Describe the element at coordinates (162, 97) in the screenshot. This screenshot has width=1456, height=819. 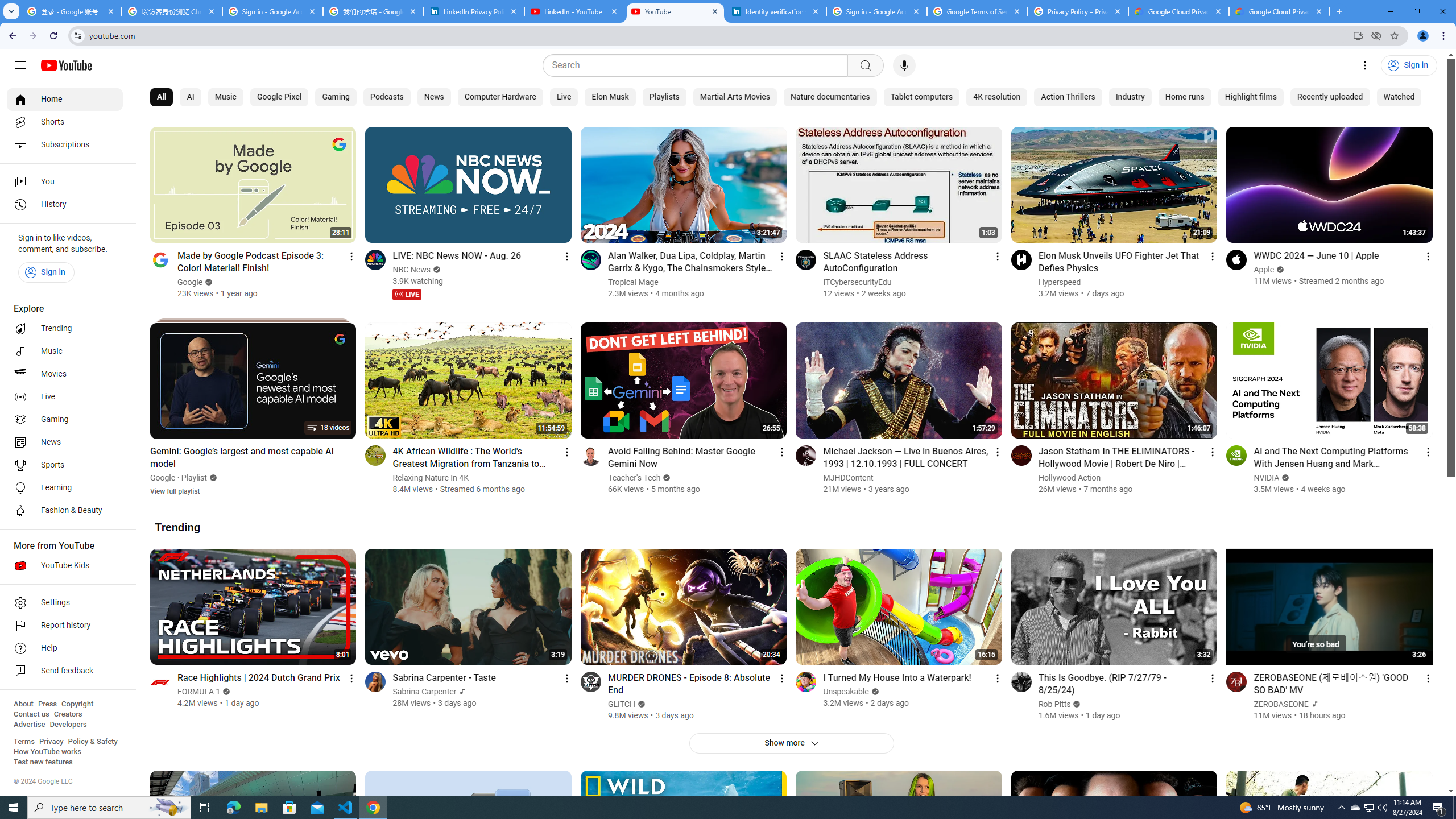
I see `'All'` at that location.